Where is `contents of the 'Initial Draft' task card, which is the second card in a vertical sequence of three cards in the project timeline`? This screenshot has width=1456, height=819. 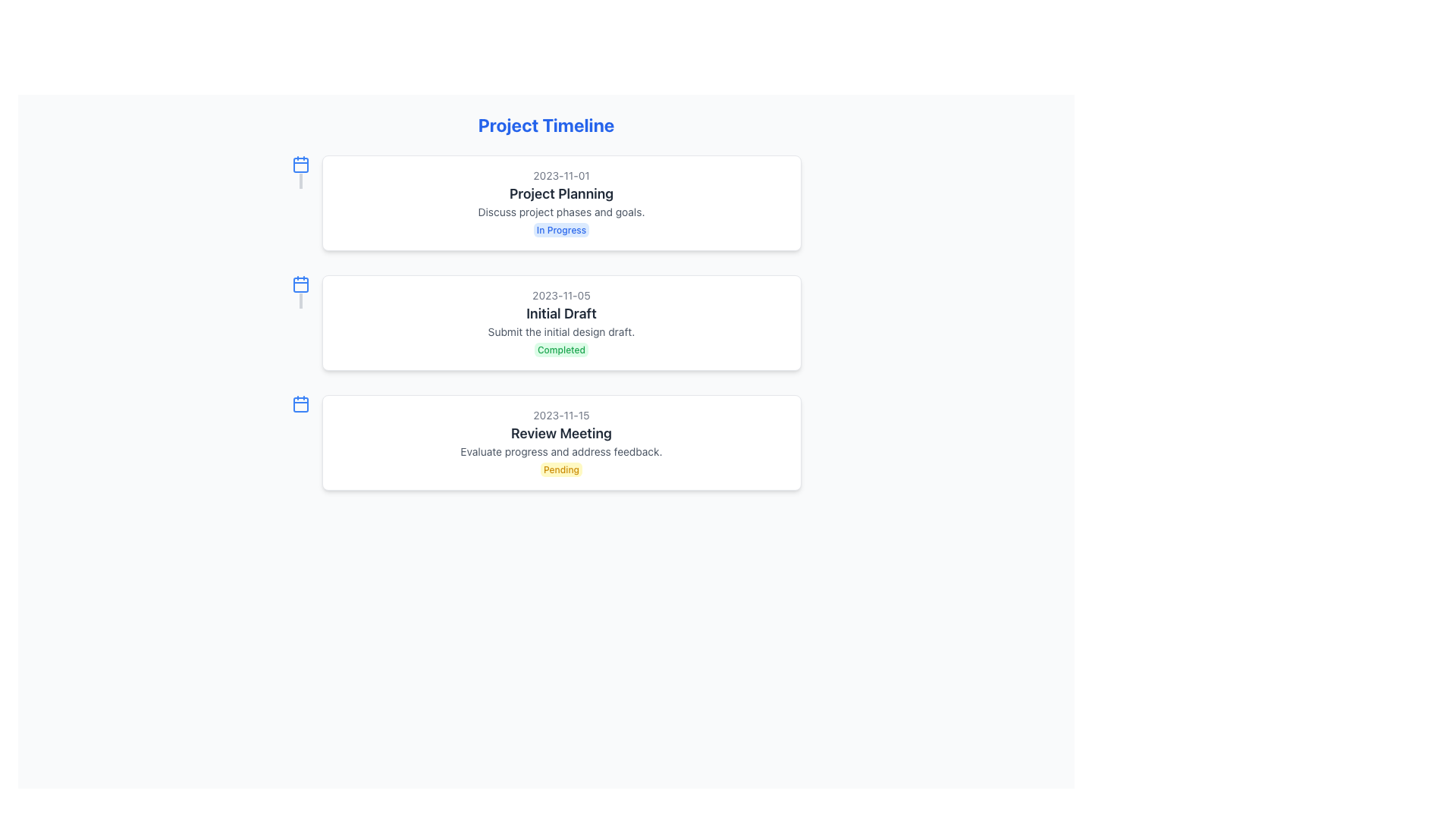 contents of the 'Initial Draft' task card, which is the second card in a vertical sequence of three cards in the project timeline is located at coordinates (546, 322).